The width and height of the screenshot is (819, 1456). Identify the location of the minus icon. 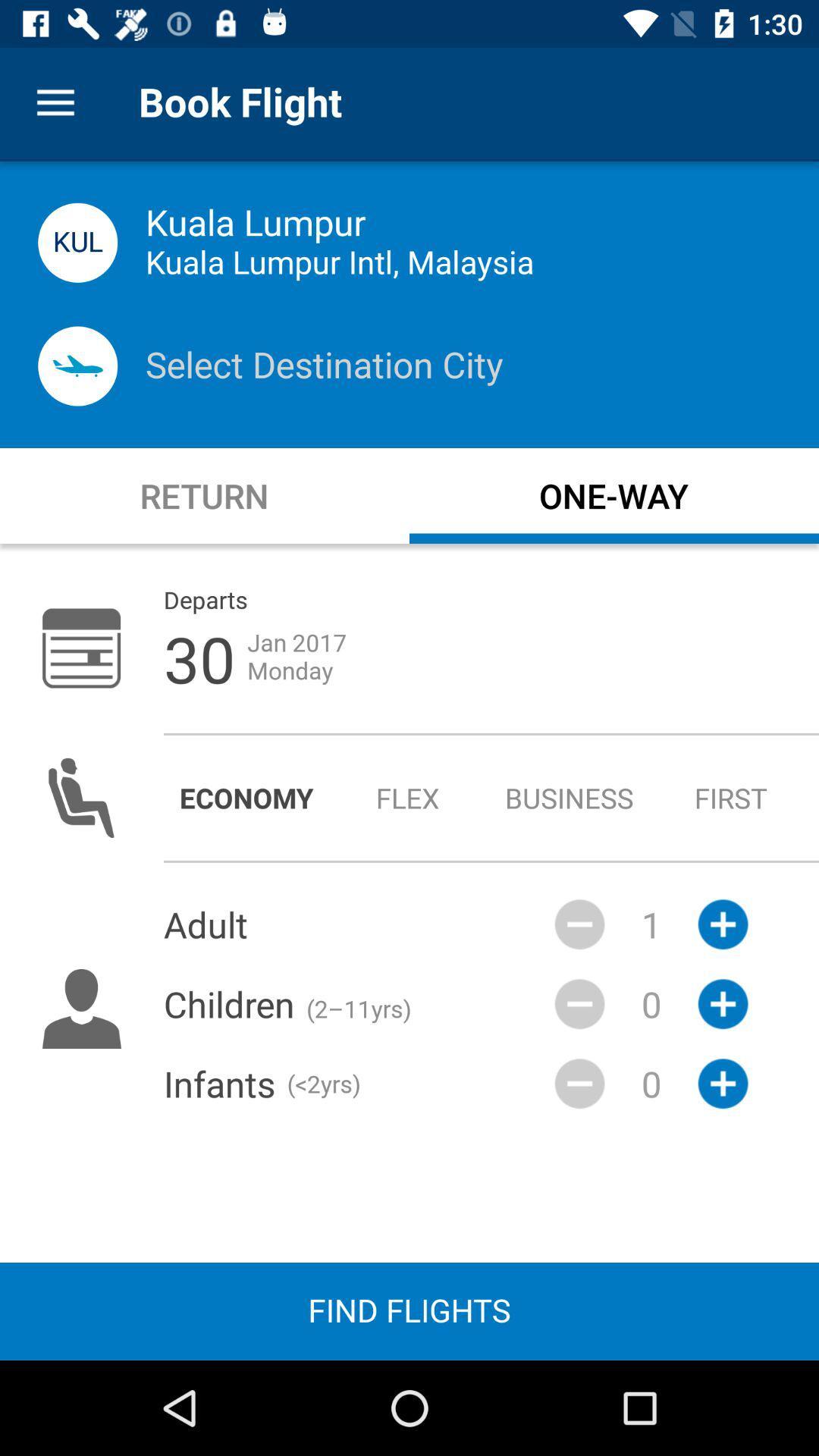
(579, 1083).